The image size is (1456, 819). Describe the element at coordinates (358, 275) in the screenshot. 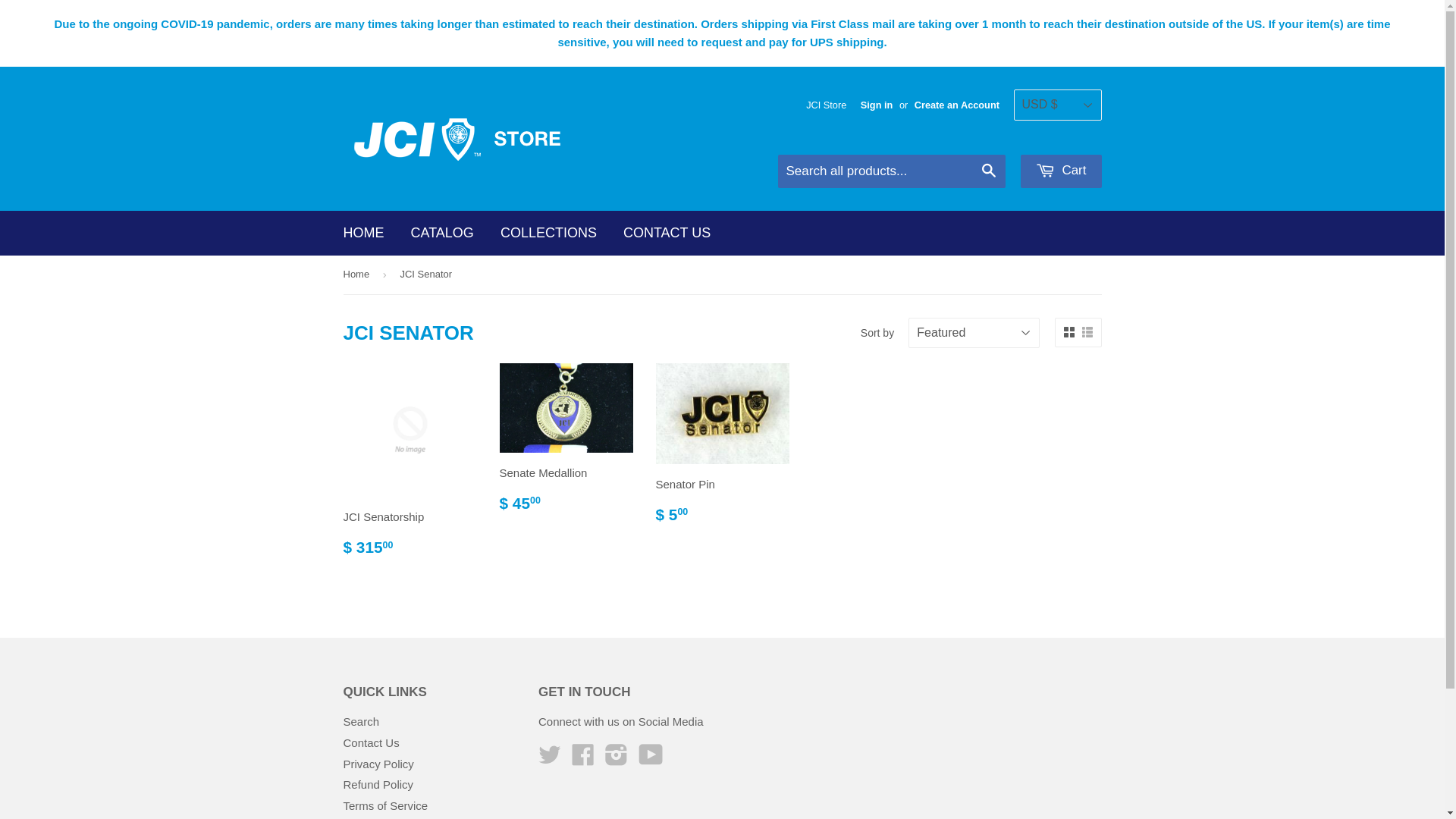

I see `'Home'` at that location.